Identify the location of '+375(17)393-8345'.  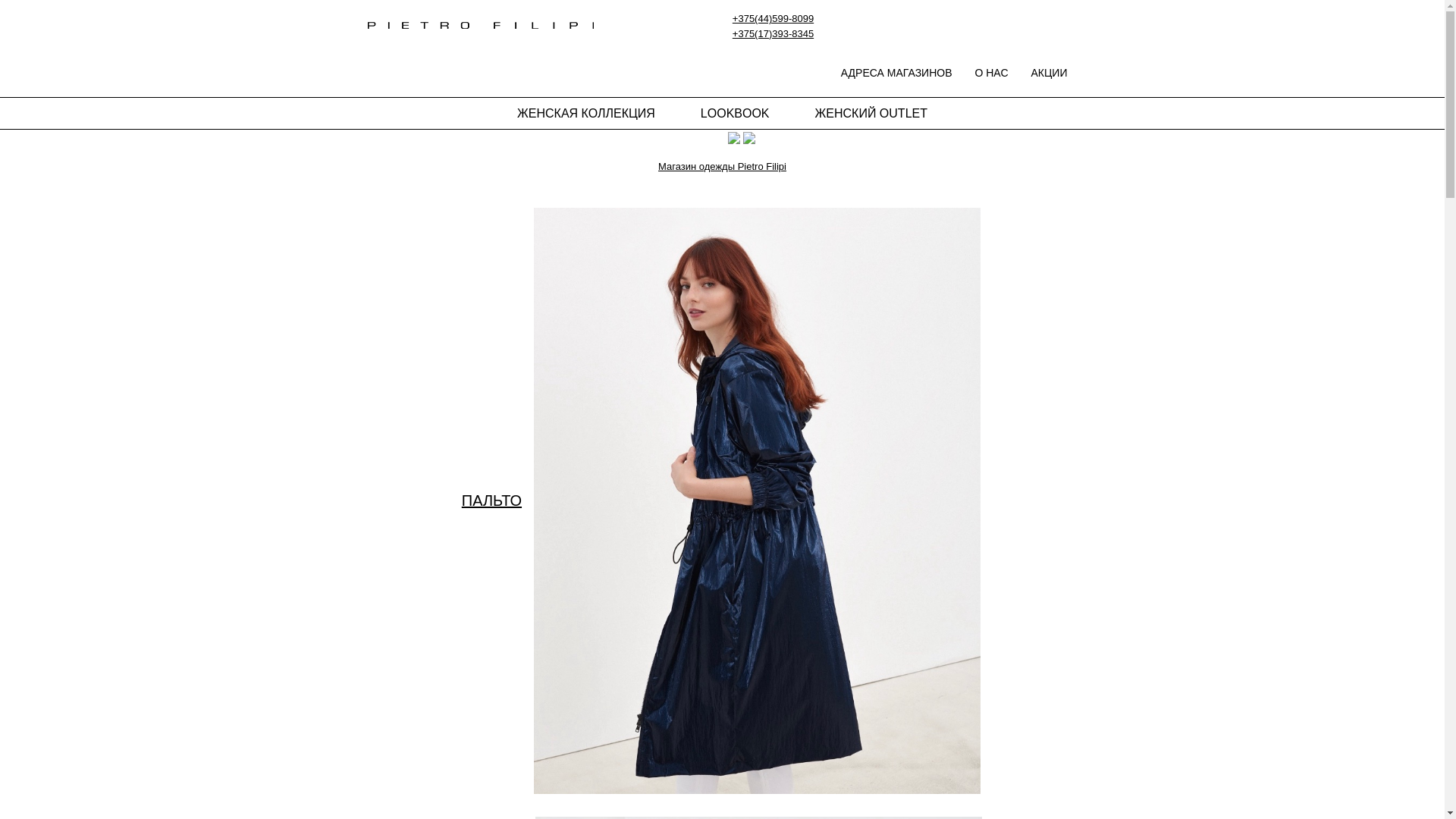
(773, 33).